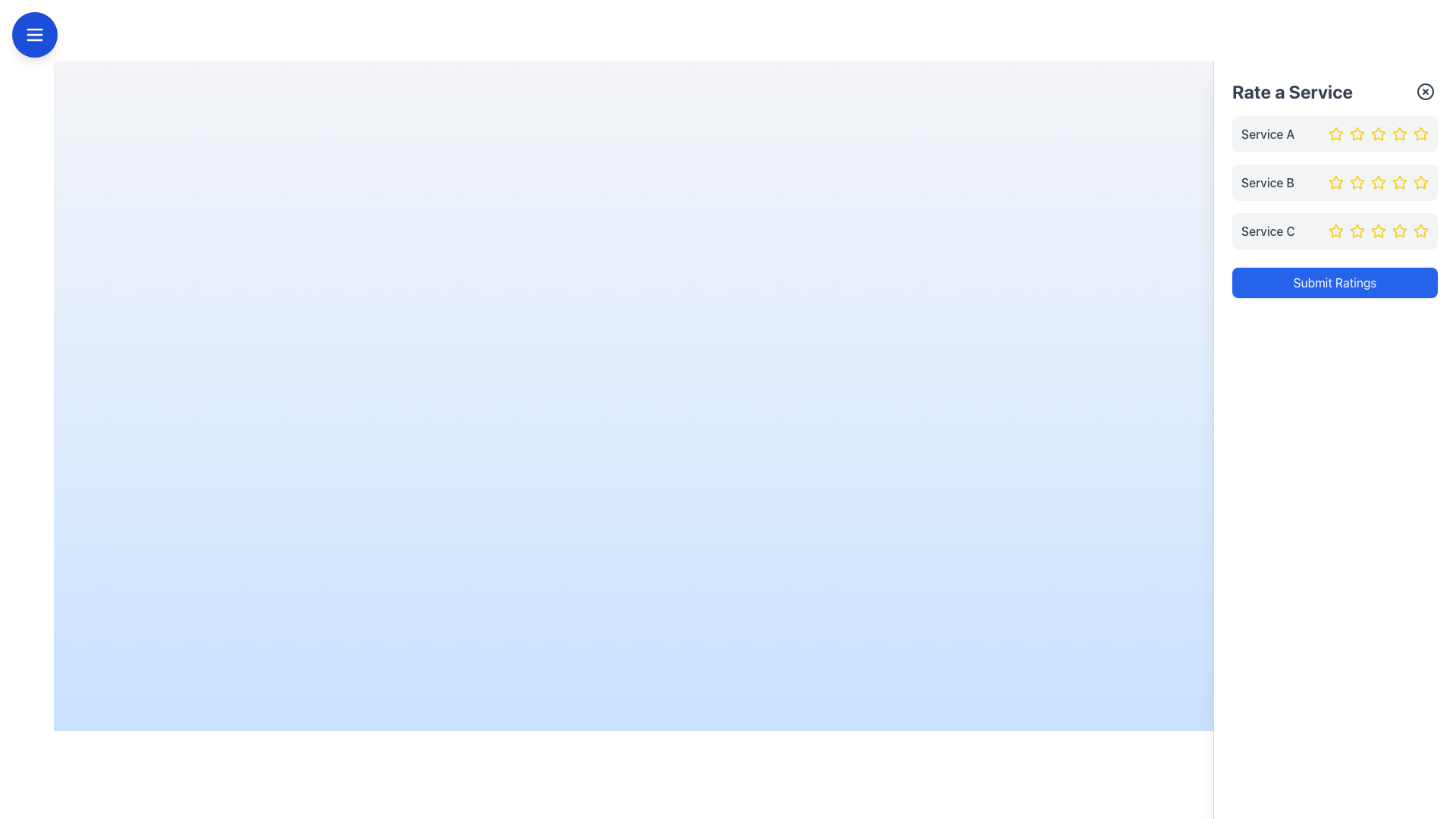 This screenshot has width=1456, height=819. I want to click on the second star icon for 'Service B' in the 'Rate a Service' section, so click(1357, 181).